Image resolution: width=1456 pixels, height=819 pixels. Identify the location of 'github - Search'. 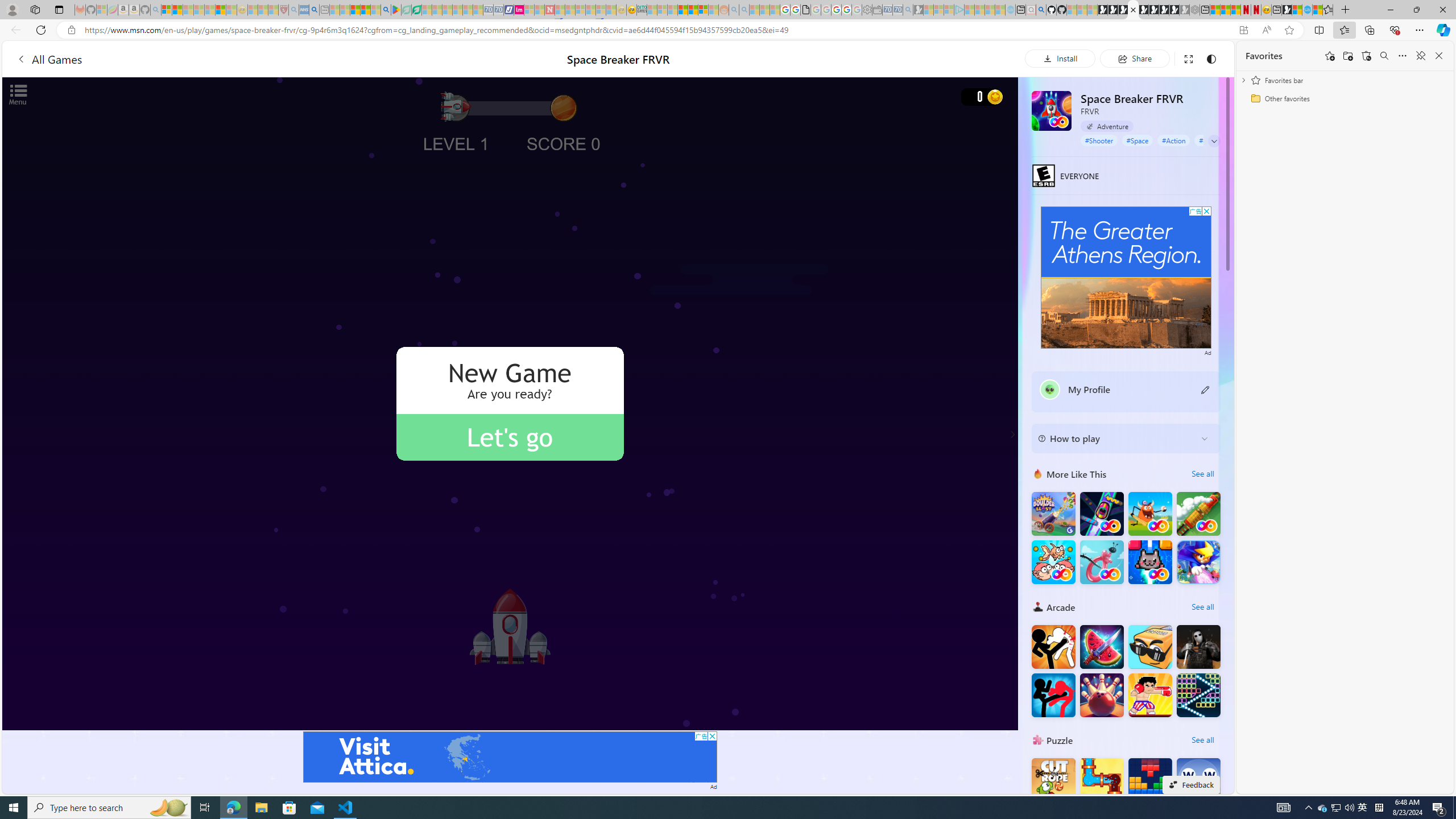
(1041, 9).